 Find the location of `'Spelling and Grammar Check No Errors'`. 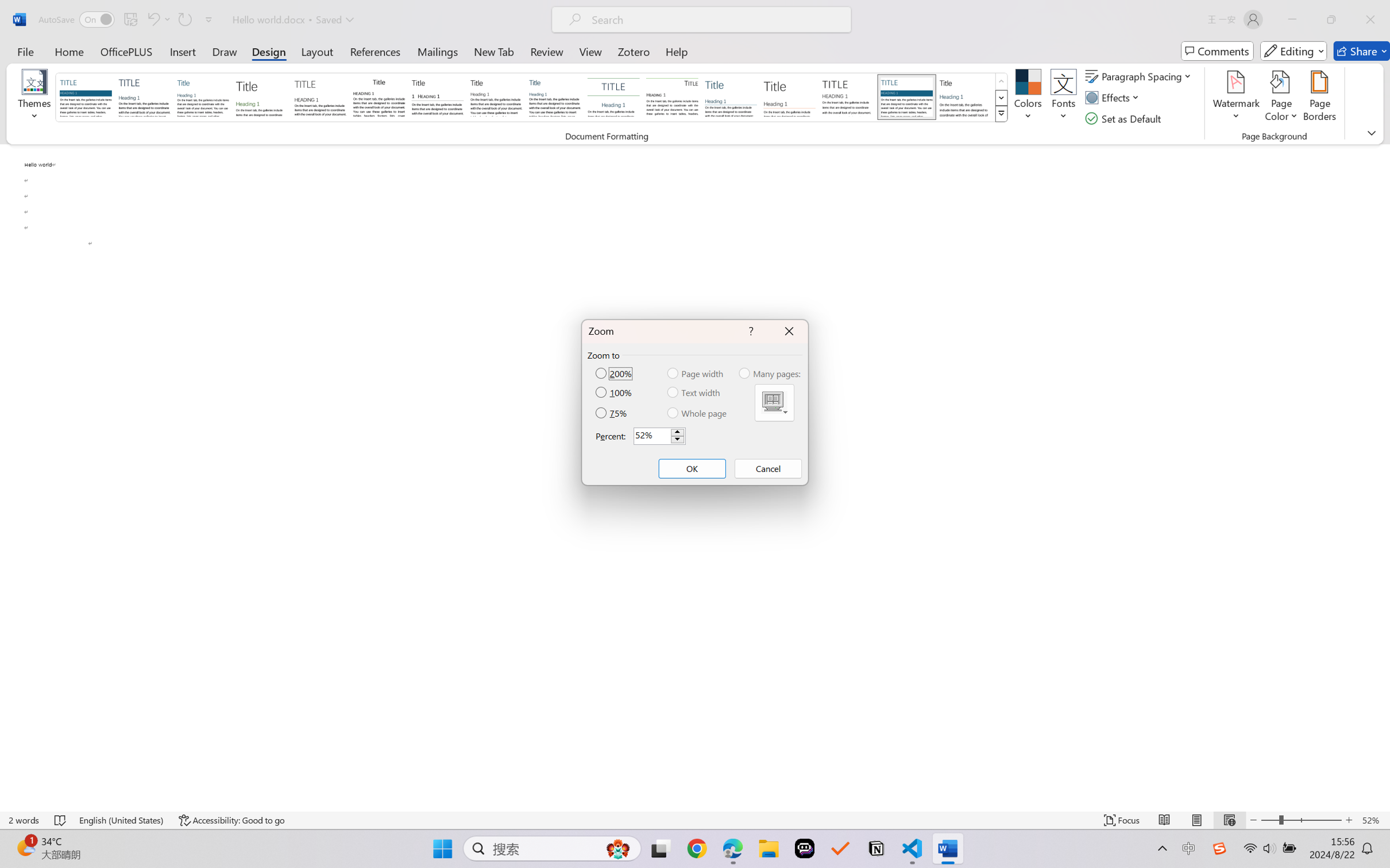

'Spelling and Grammar Check No Errors' is located at coordinates (60, 820).